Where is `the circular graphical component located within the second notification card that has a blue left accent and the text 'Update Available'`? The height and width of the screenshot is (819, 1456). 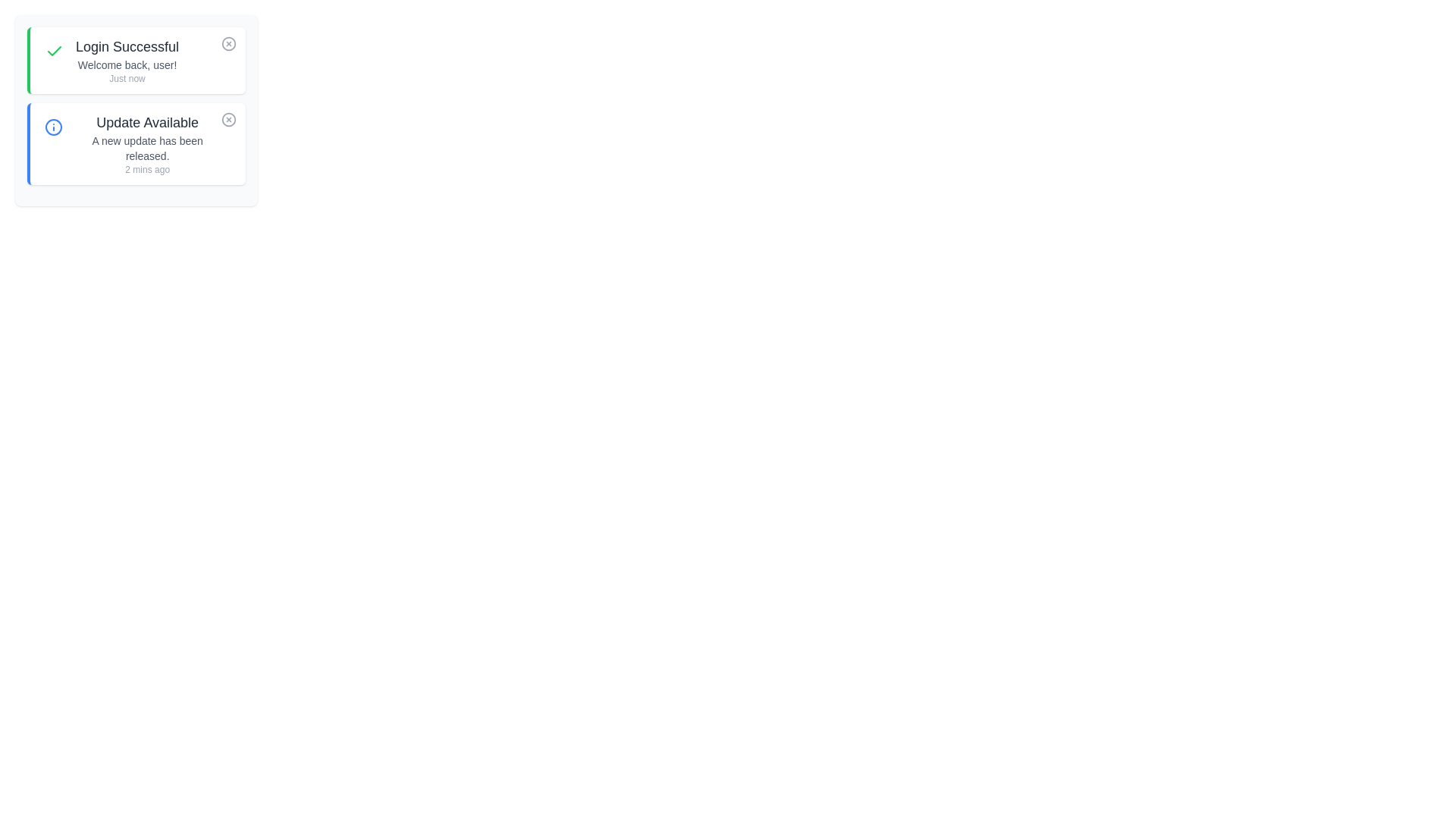 the circular graphical component located within the second notification card that has a blue left accent and the text 'Update Available' is located at coordinates (228, 119).